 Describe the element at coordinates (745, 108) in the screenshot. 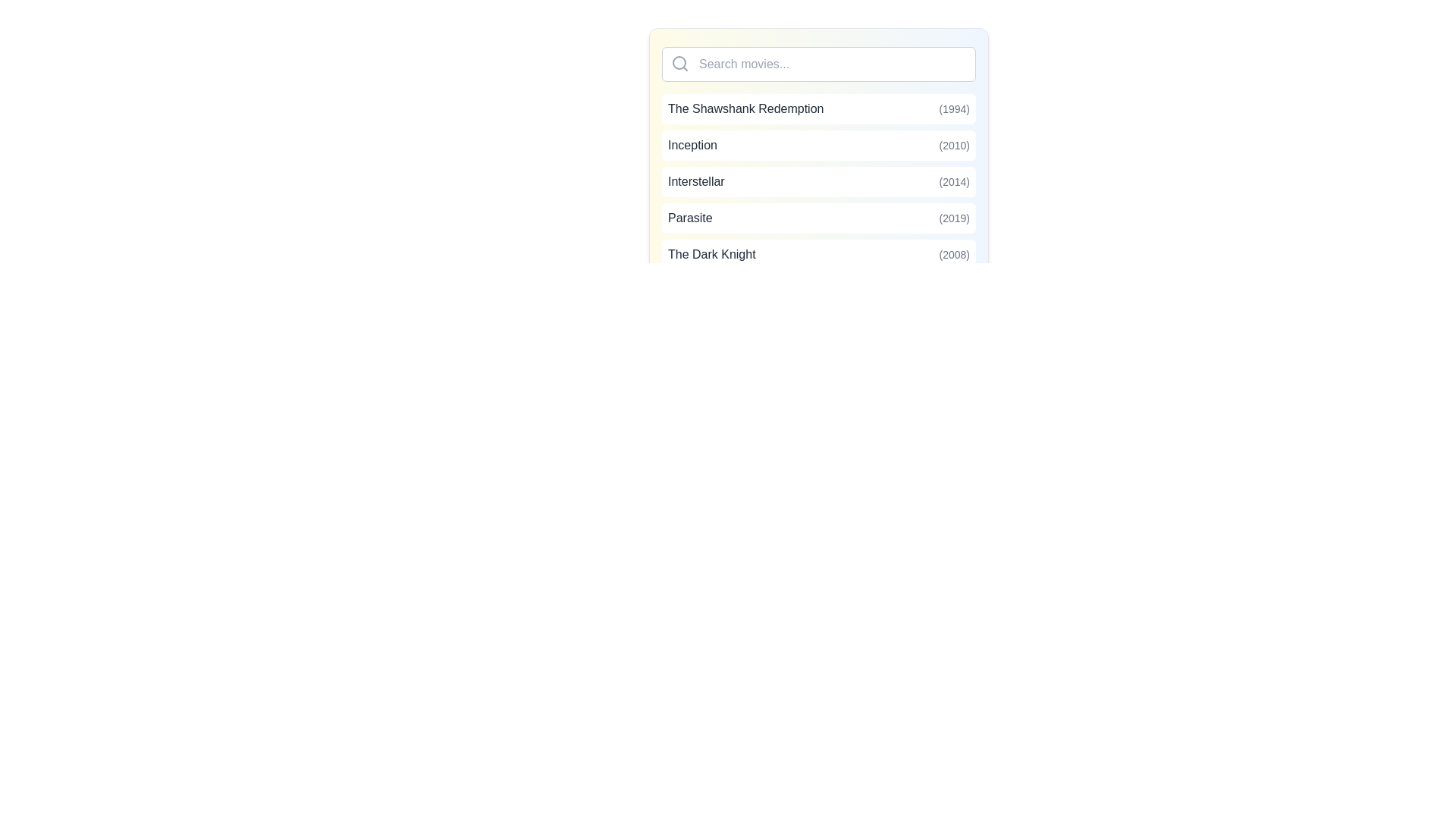

I see `the text label displaying the title 'The Shawshank Redemption' in the movie list` at that location.